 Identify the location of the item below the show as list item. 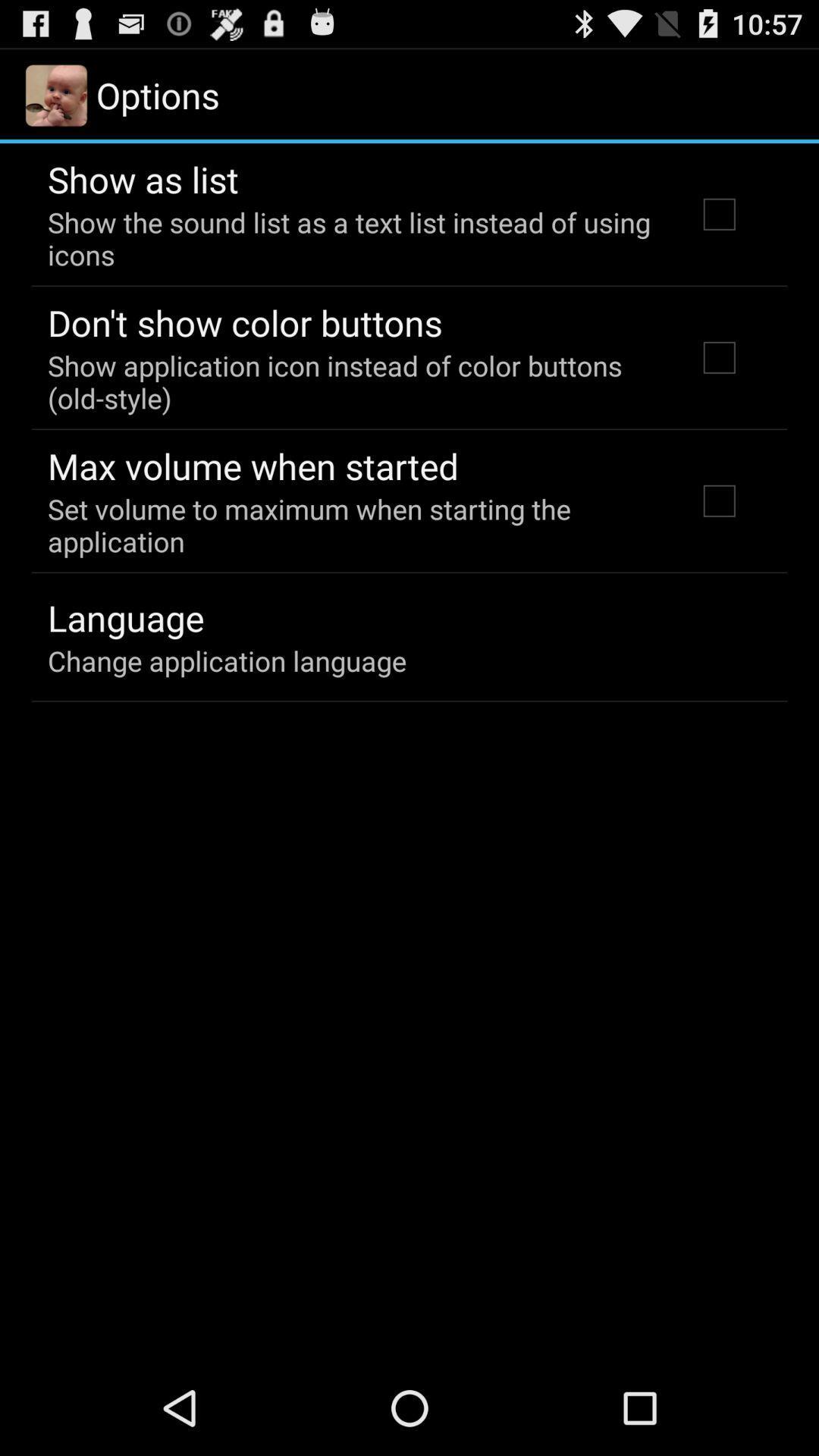
(351, 237).